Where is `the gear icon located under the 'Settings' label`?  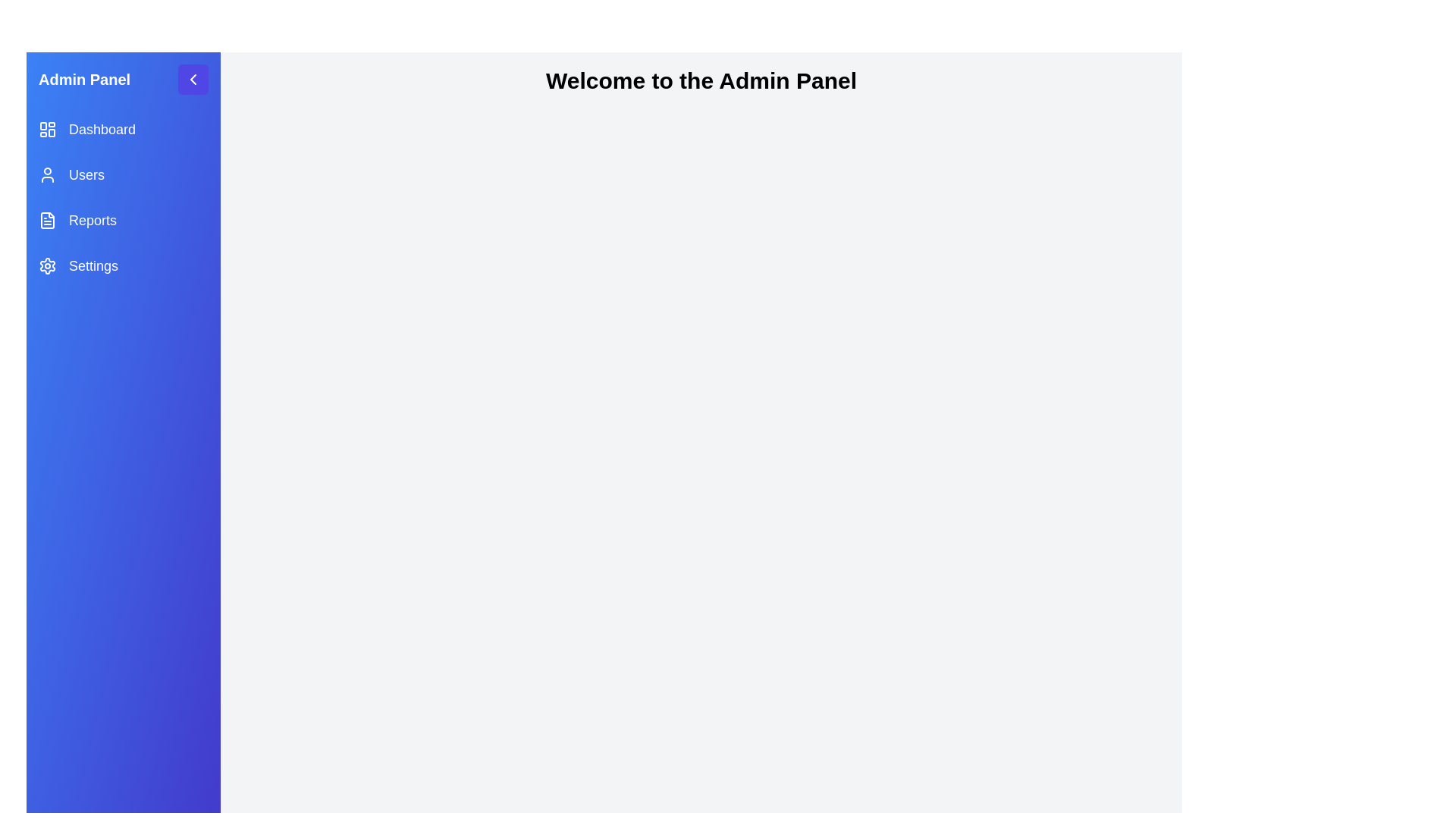
the gear icon located under the 'Settings' label is located at coordinates (47, 265).